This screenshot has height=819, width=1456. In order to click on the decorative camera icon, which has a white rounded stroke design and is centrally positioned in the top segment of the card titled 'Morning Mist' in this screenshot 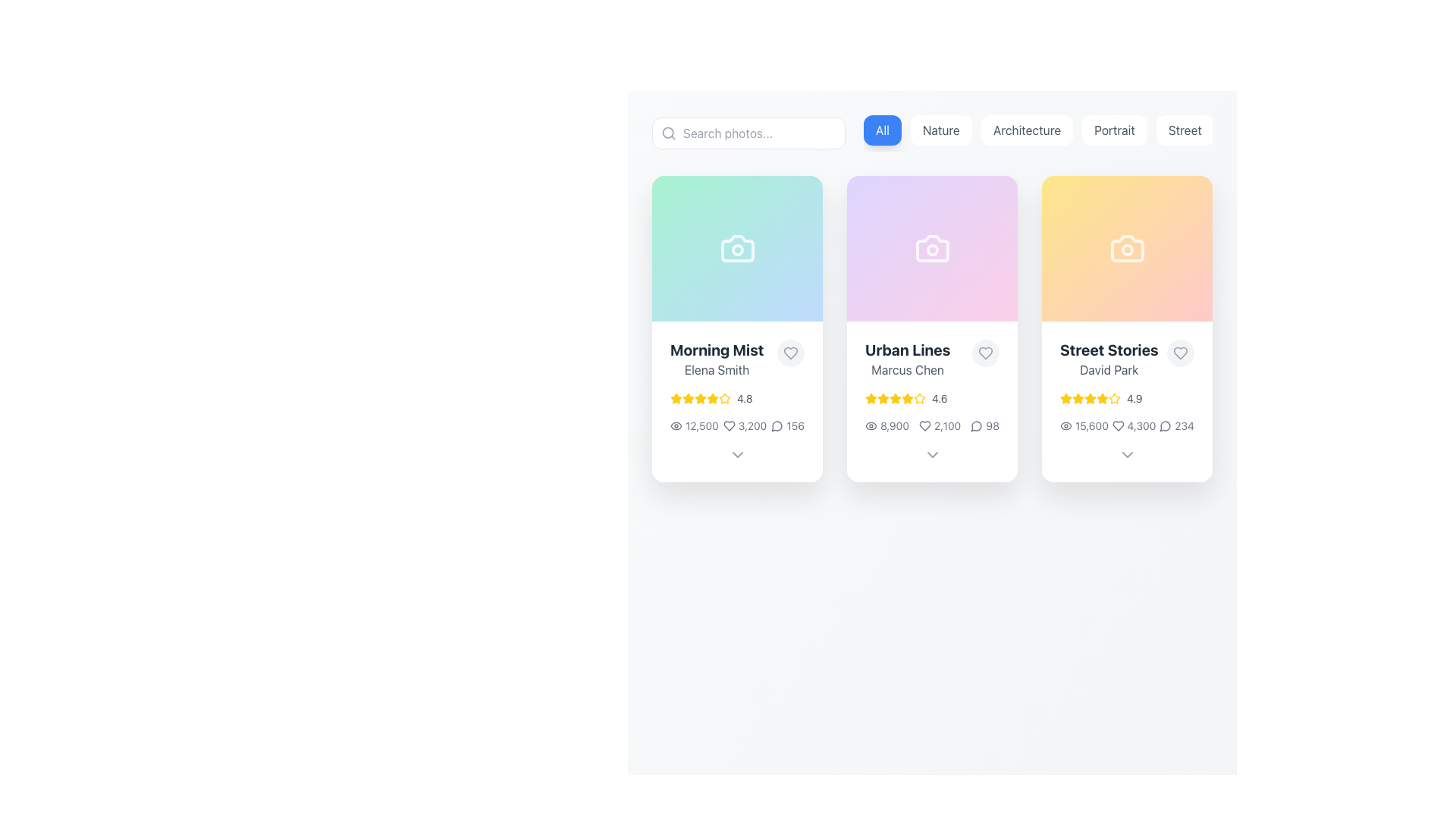, I will do `click(737, 247)`.